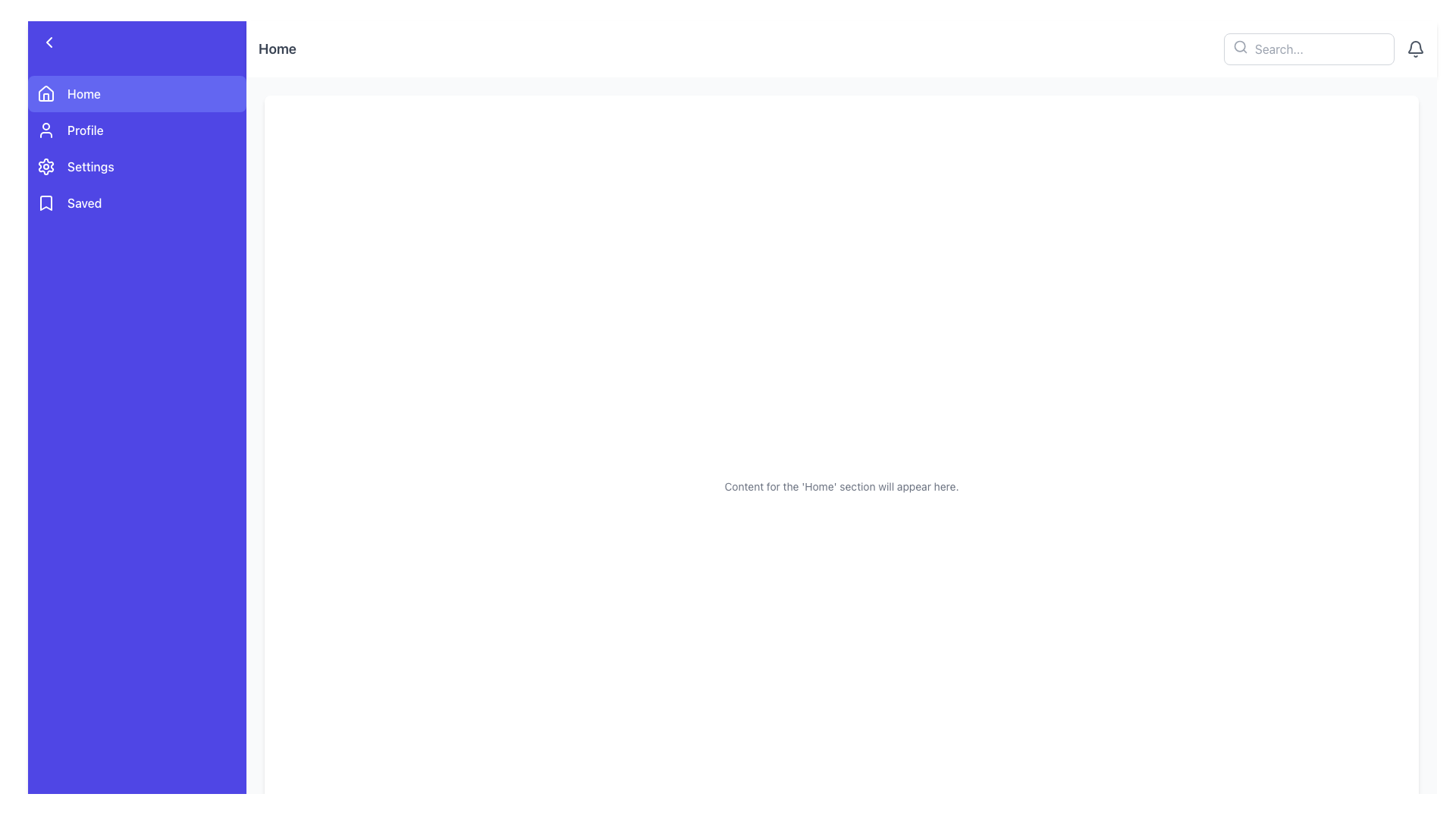  Describe the element at coordinates (83, 202) in the screenshot. I see `the third text label in the navigation options on the left panel, which serves as a label for the 'Saved' section of the application` at that location.